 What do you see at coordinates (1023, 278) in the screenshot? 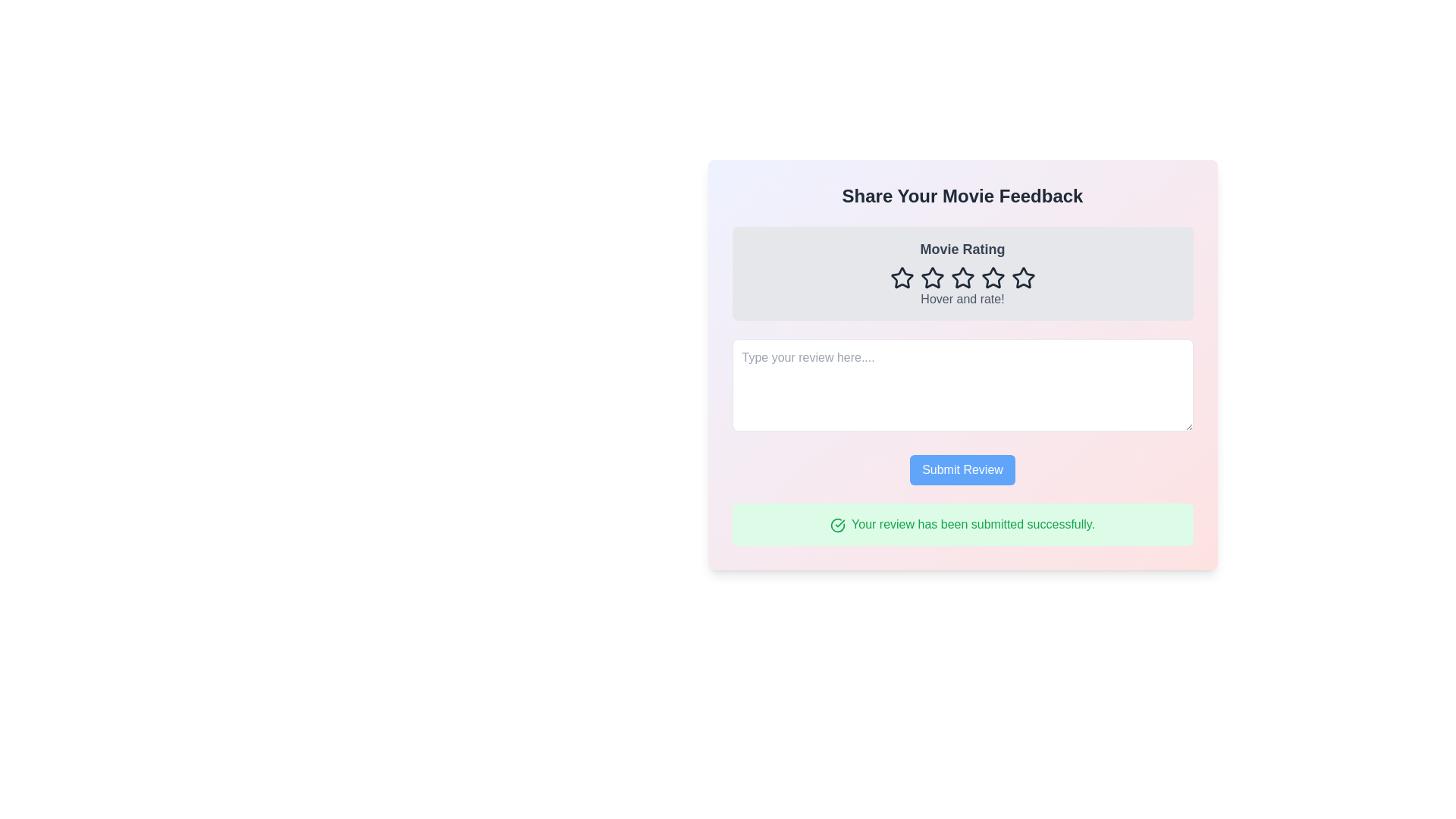
I see `the fifth star icon in the row of rating stars to give a 5-star rating` at bounding box center [1023, 278].